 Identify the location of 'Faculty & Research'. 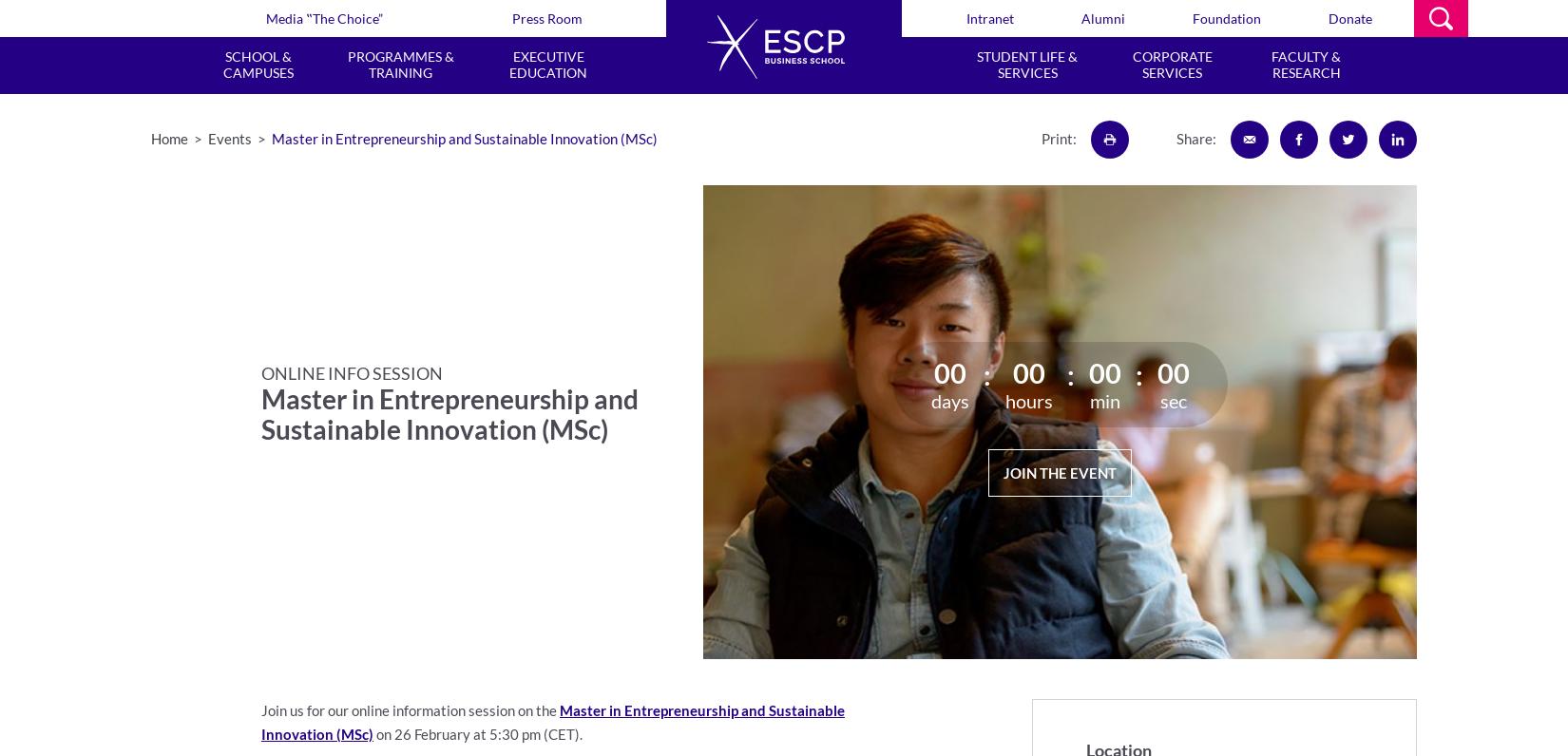
(1305, 63).